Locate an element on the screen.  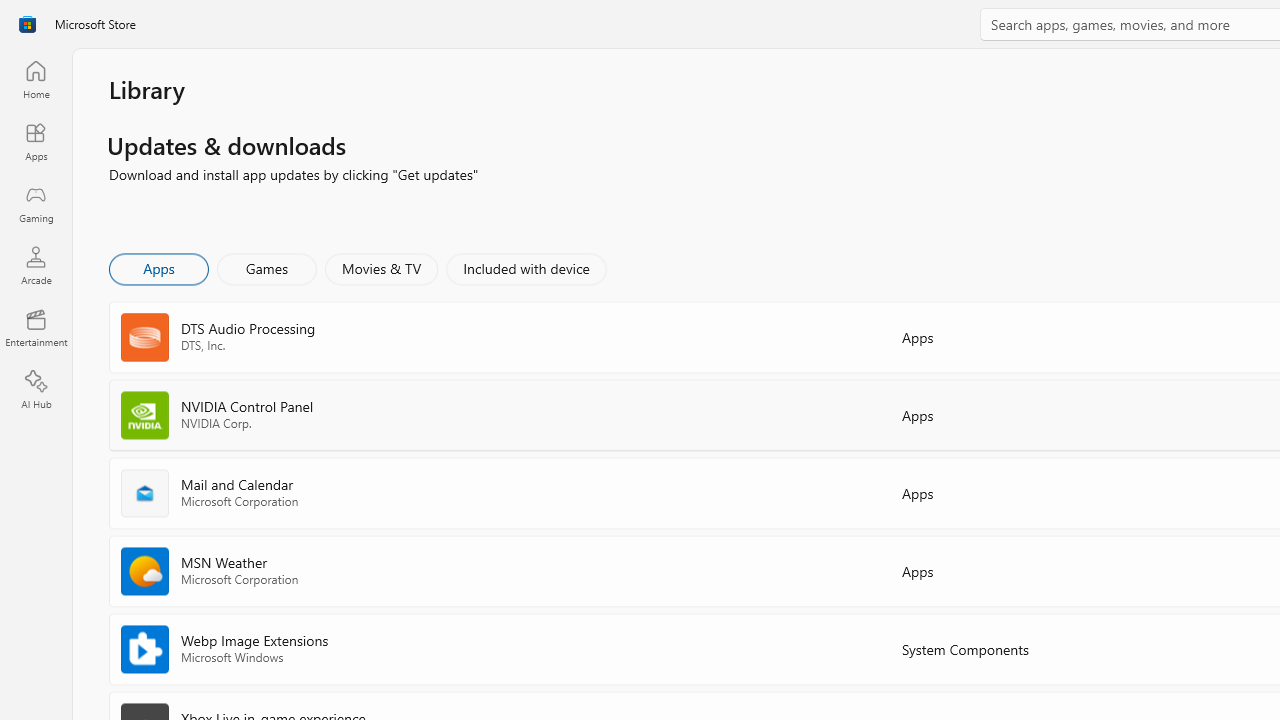
'Included with device' is located at coordinates (525, 267).